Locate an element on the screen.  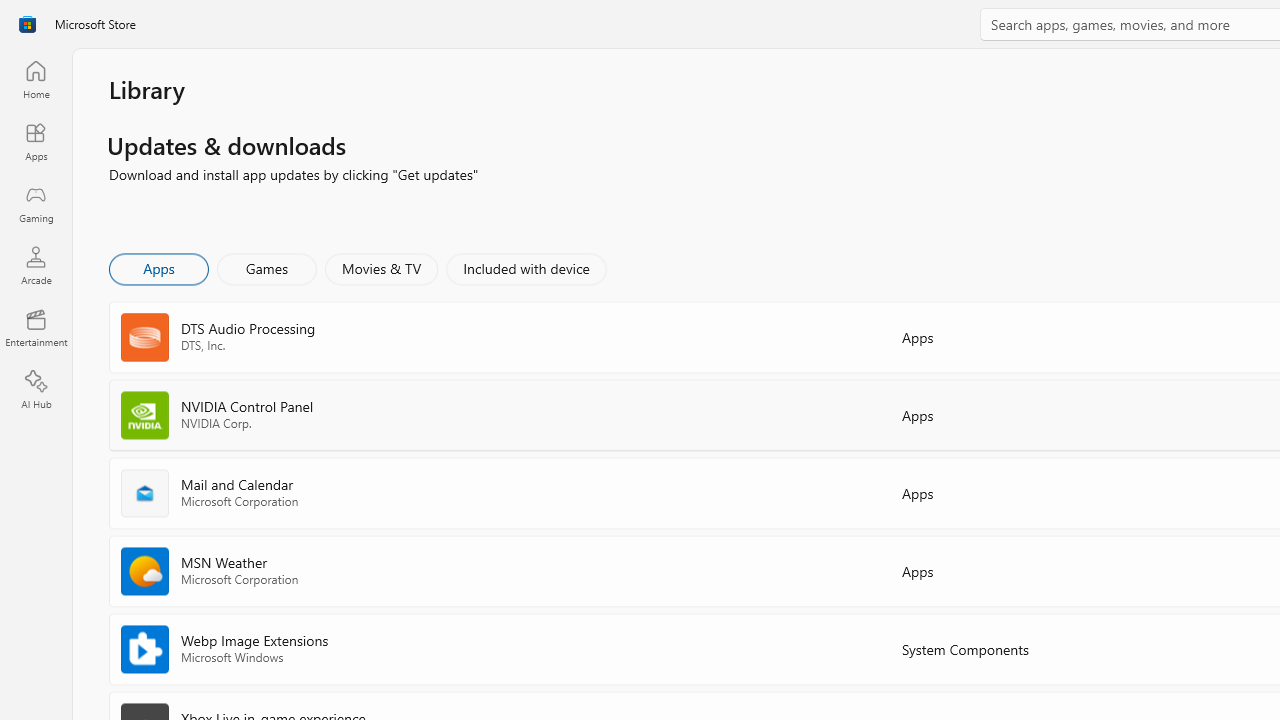
'Included with device' is located at coordinates (525, 267).